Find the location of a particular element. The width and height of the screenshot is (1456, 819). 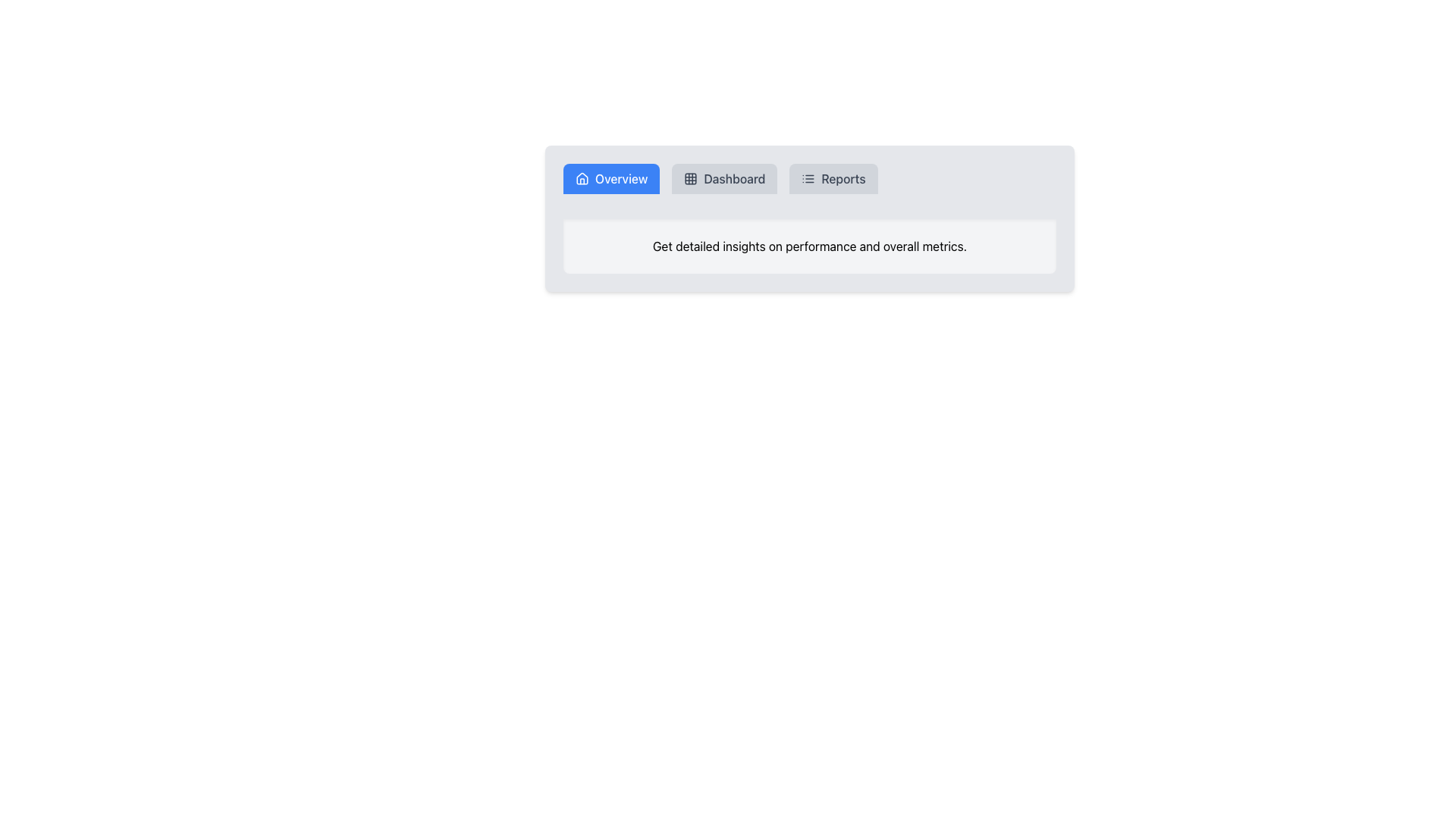

the 'Overview' button with keyboard navigation is located at coordinates (611, 177).